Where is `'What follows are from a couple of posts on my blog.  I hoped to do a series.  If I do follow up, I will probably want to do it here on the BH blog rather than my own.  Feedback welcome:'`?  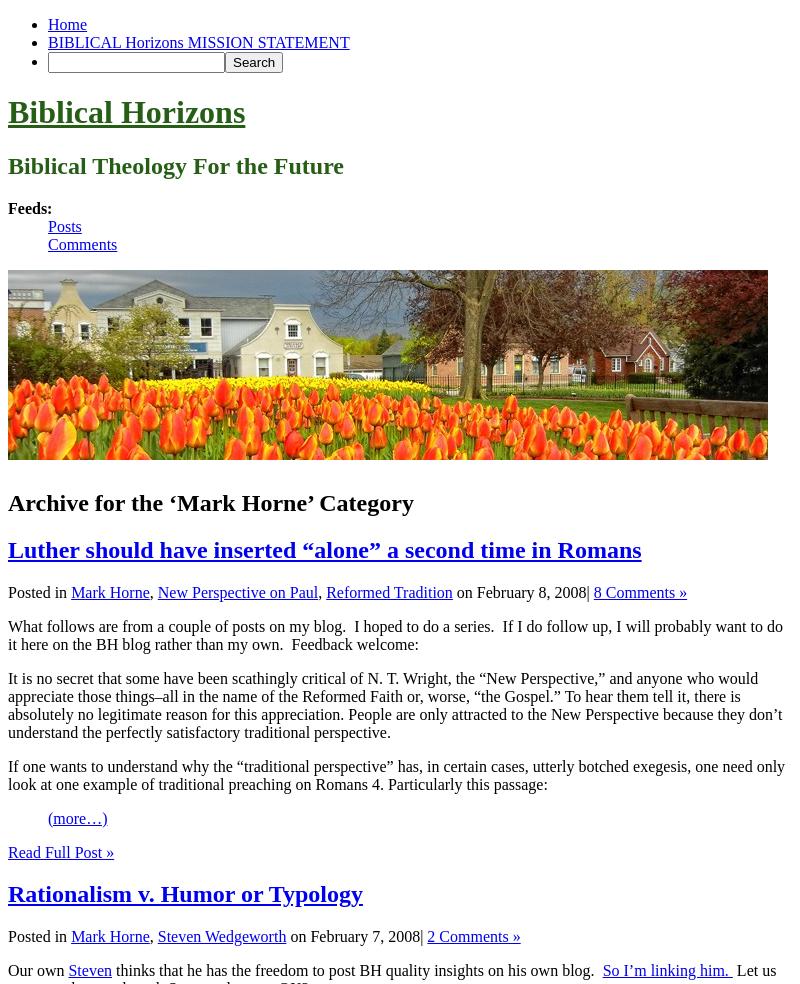
'What follows are from a couple of posts on my blog.  I hoped to do a series.  If I do follow up, I will probably want to do it here on the BH blog rather than my own.  Feedback welcome:' is located at coordinates (8, 634).